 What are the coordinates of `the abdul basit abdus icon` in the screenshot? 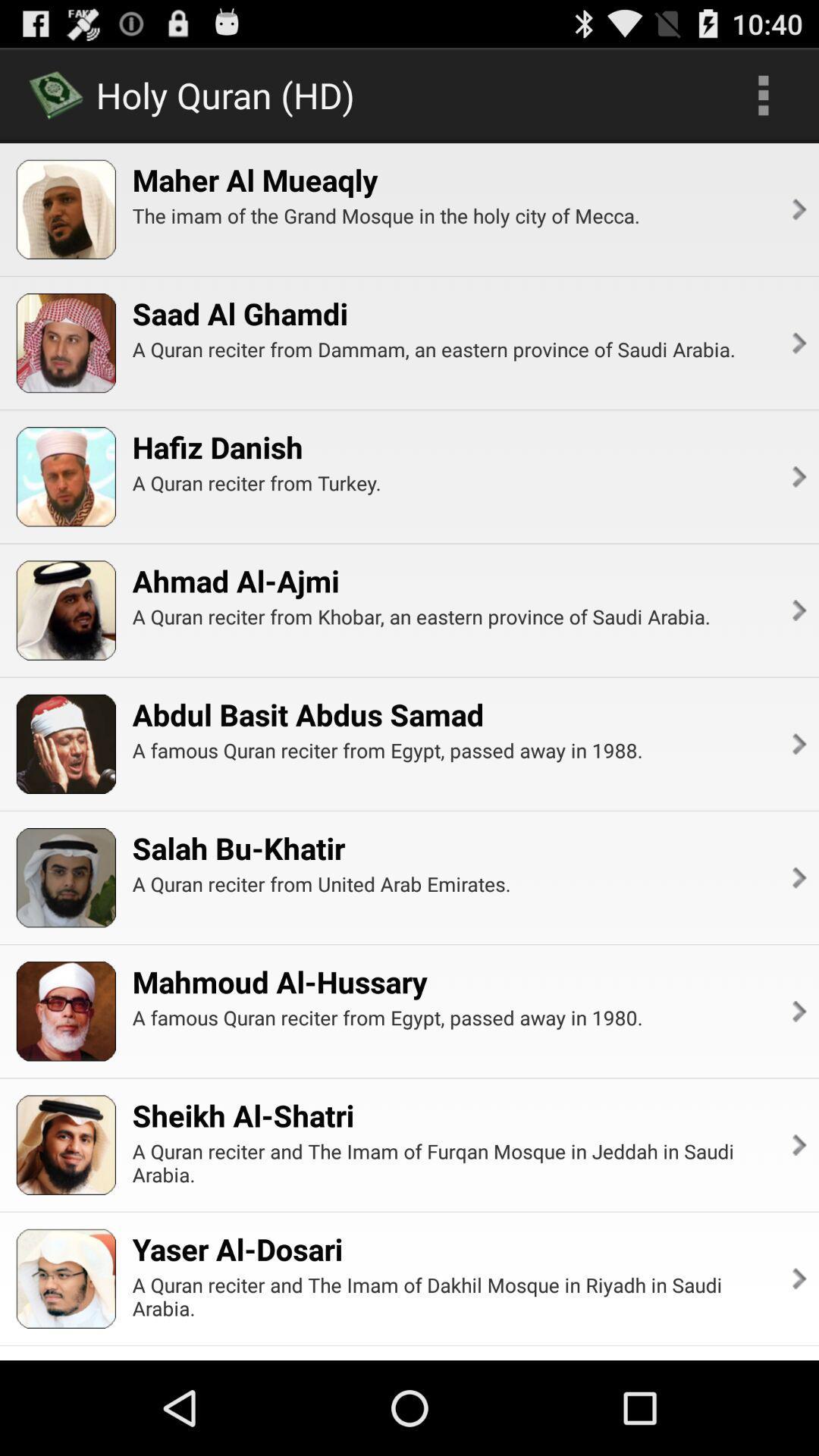 It's located at (307, 714).